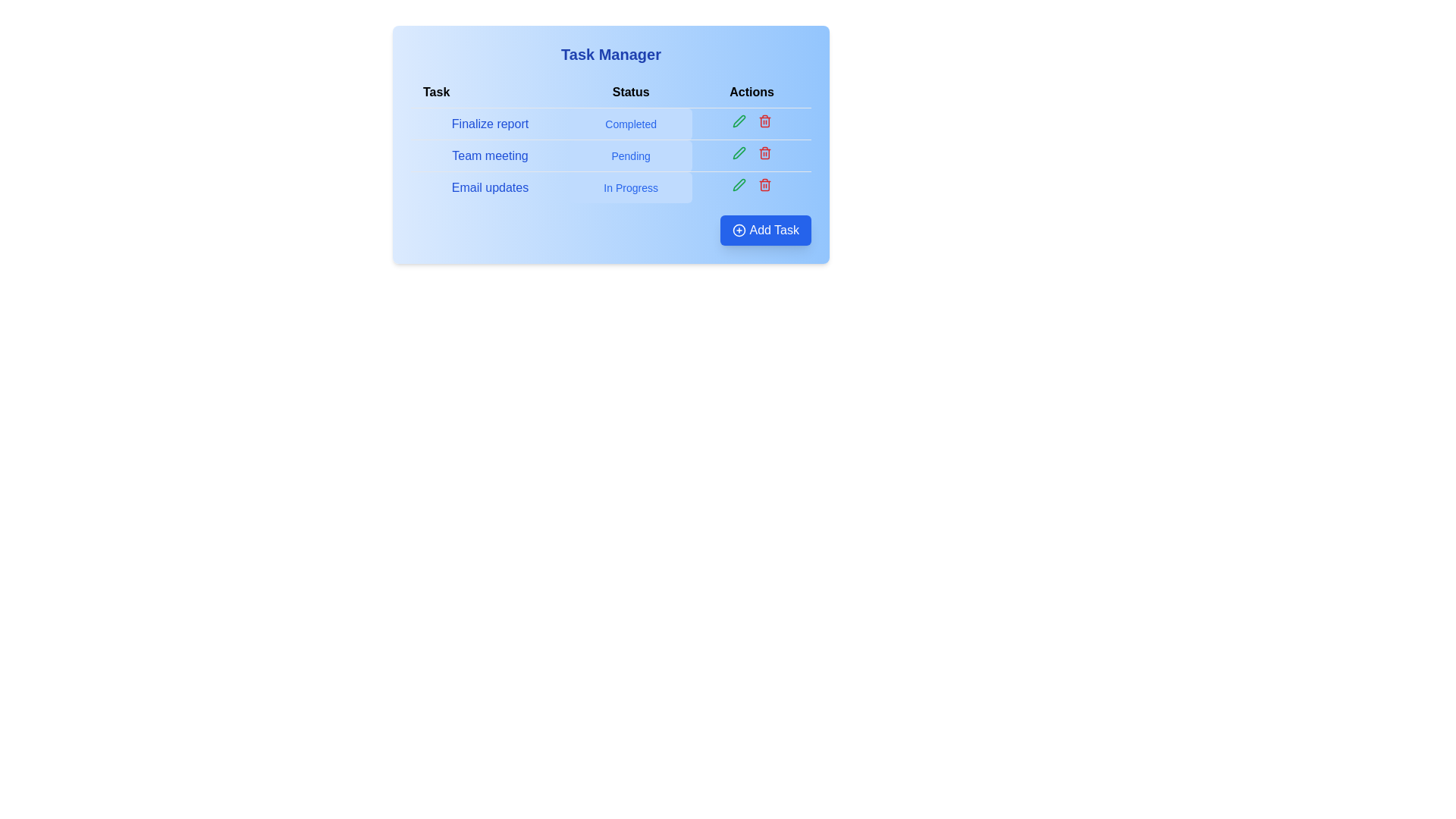  I want to click on the edit button for the task titled 'Finalize report', so click(739, 120).